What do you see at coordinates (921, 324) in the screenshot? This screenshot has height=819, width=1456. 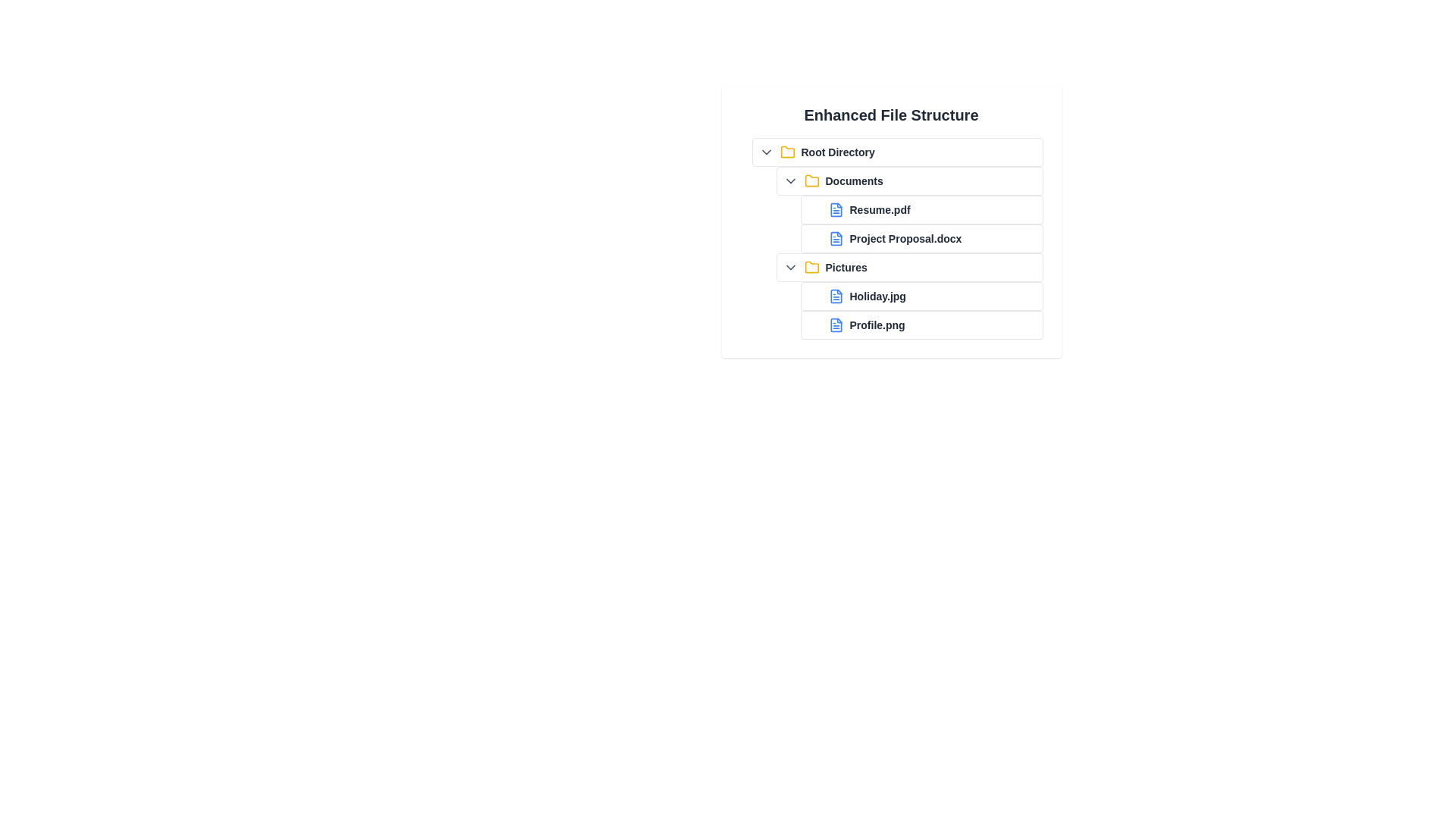 I see `to select the file entry named 'Profile.png' located under the 'Pictures' folder` at bounding box center [921, 324].